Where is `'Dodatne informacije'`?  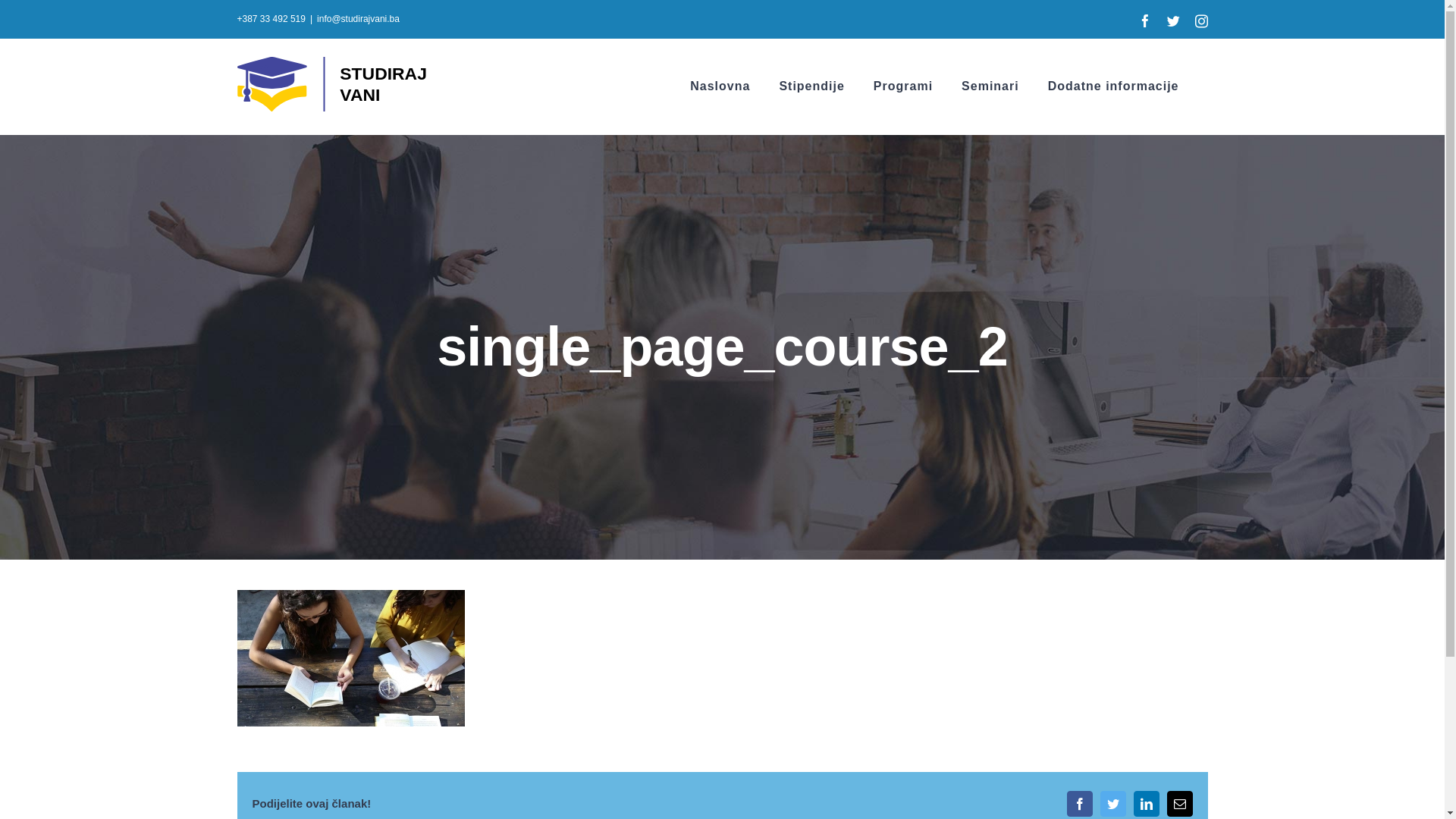 'Dodatne informacije' is located at coordinates (1047, 86).